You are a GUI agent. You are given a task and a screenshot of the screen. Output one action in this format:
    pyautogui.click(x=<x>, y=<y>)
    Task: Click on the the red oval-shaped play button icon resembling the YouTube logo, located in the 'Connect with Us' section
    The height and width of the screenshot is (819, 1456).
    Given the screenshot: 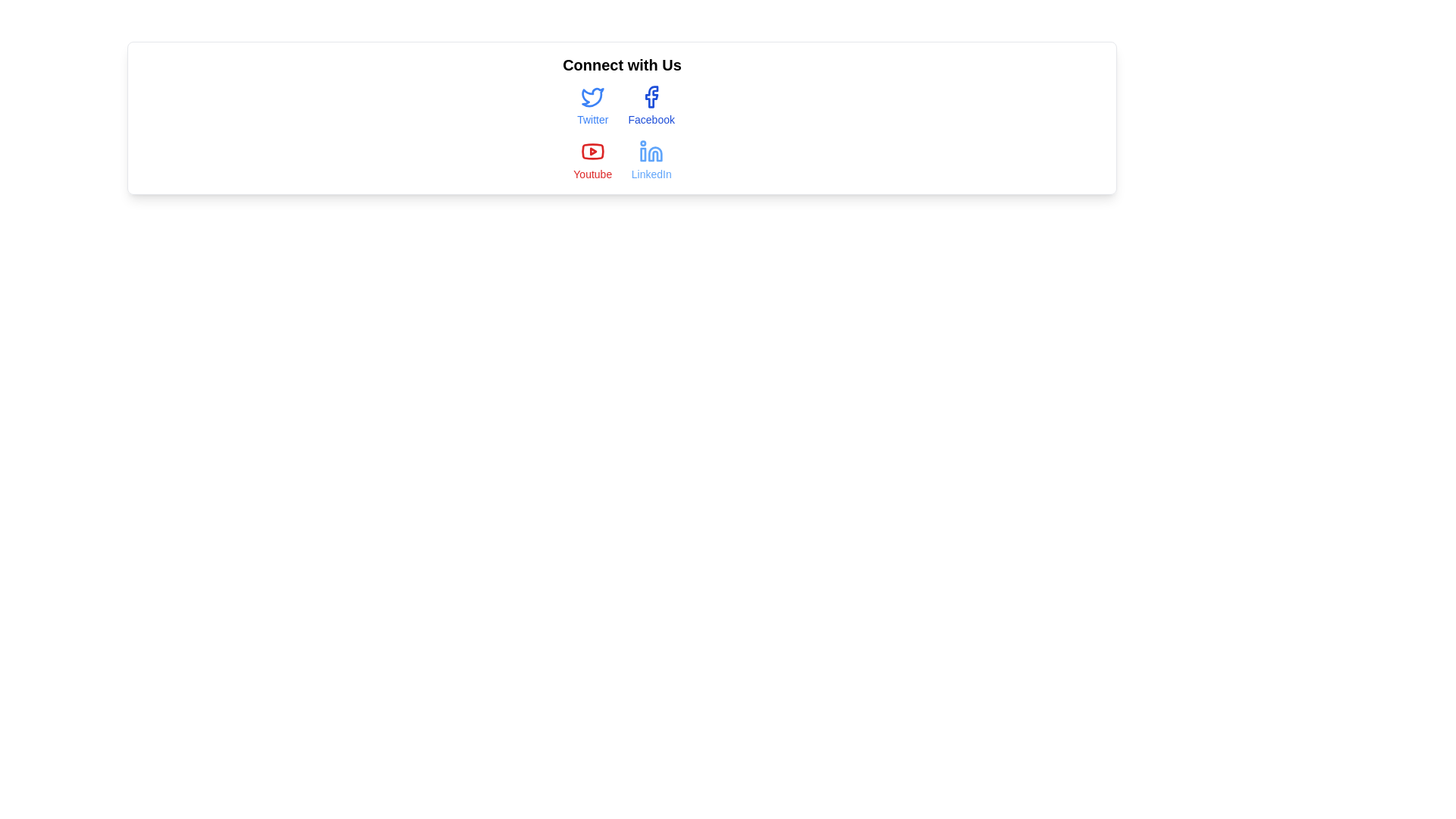 What is the action you would take?
    pyautogui.click(x=591, y=152)
    